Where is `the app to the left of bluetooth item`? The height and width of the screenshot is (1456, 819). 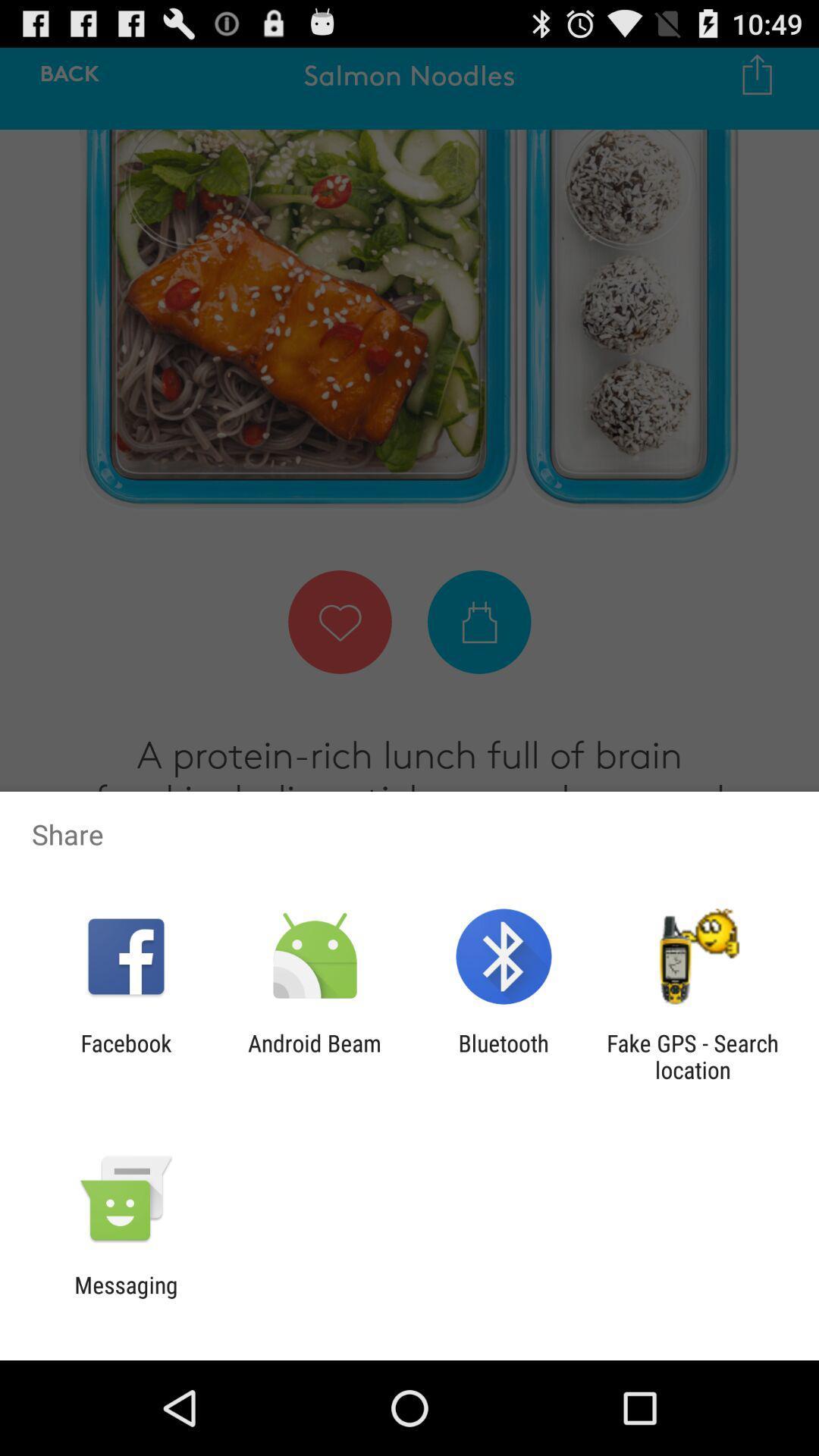
the app to the left of bluetooth item is located at coordinates (314, 1056).